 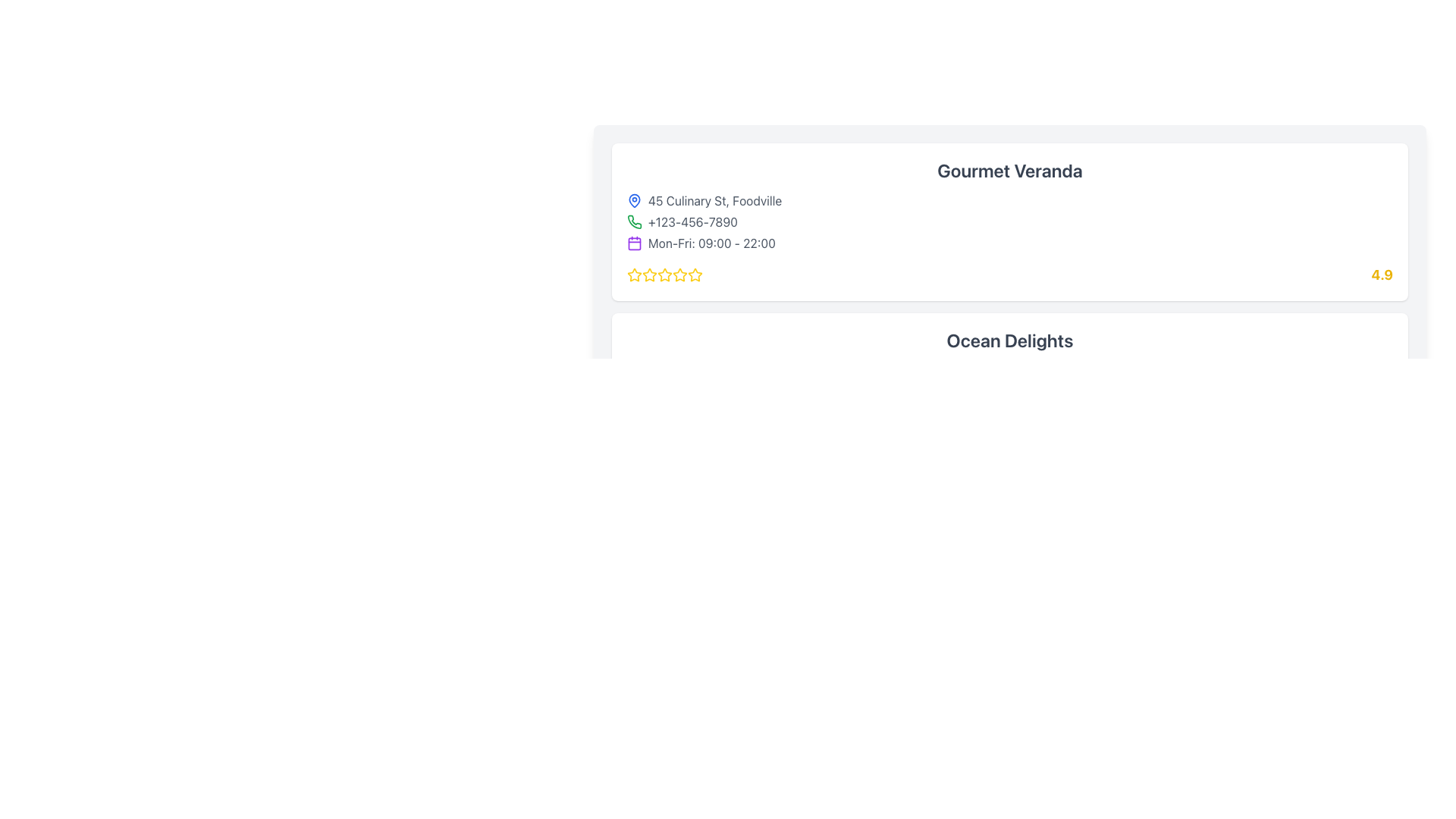 What do you see at coordinates (665, 275) in the screenshot?
I see `on the fourth yellow-outlined star in the rating system` at bounding box center [665, 275].